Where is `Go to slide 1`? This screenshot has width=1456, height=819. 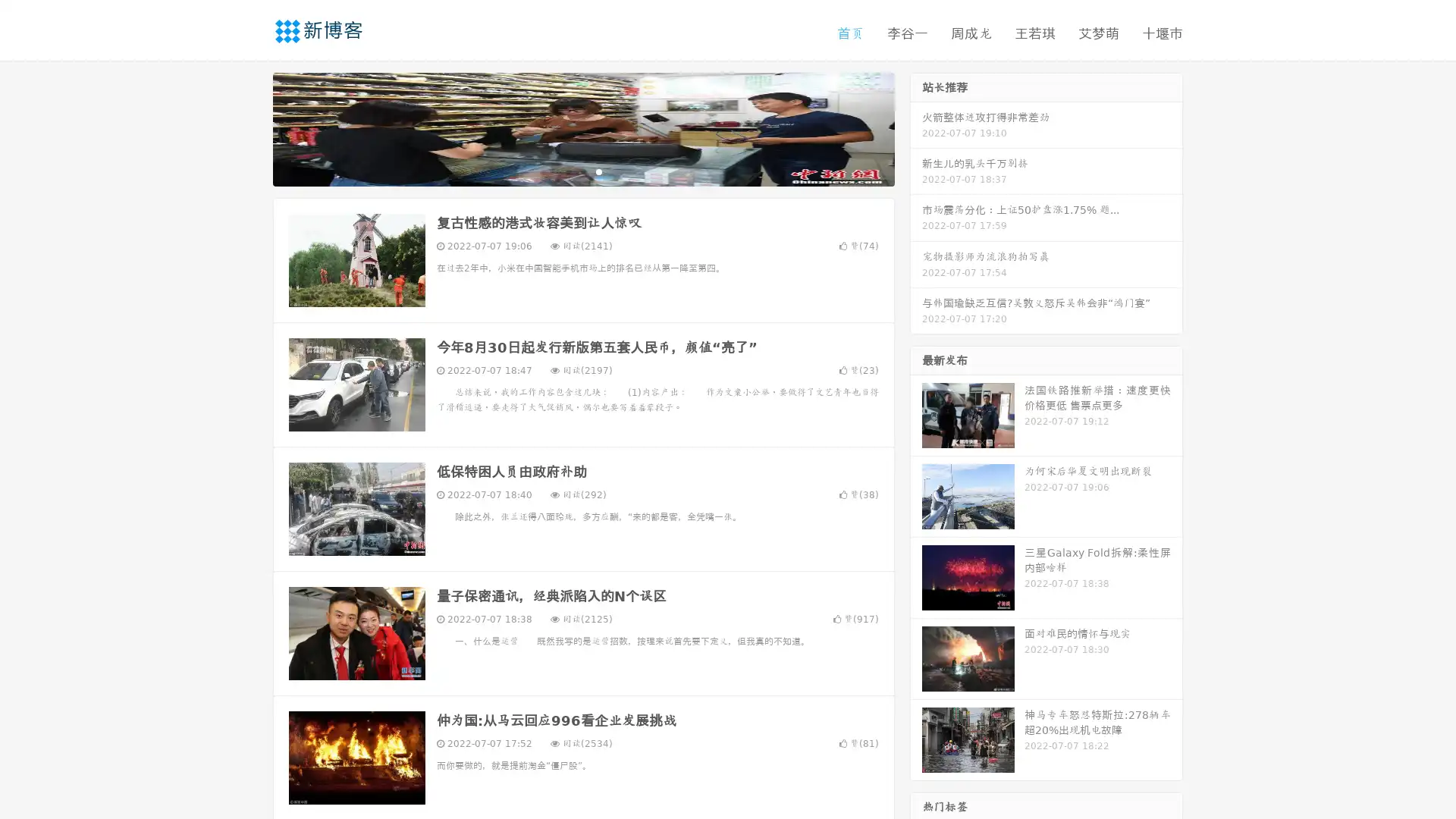
Go to slide 1 is located at coordinates (567, 171).